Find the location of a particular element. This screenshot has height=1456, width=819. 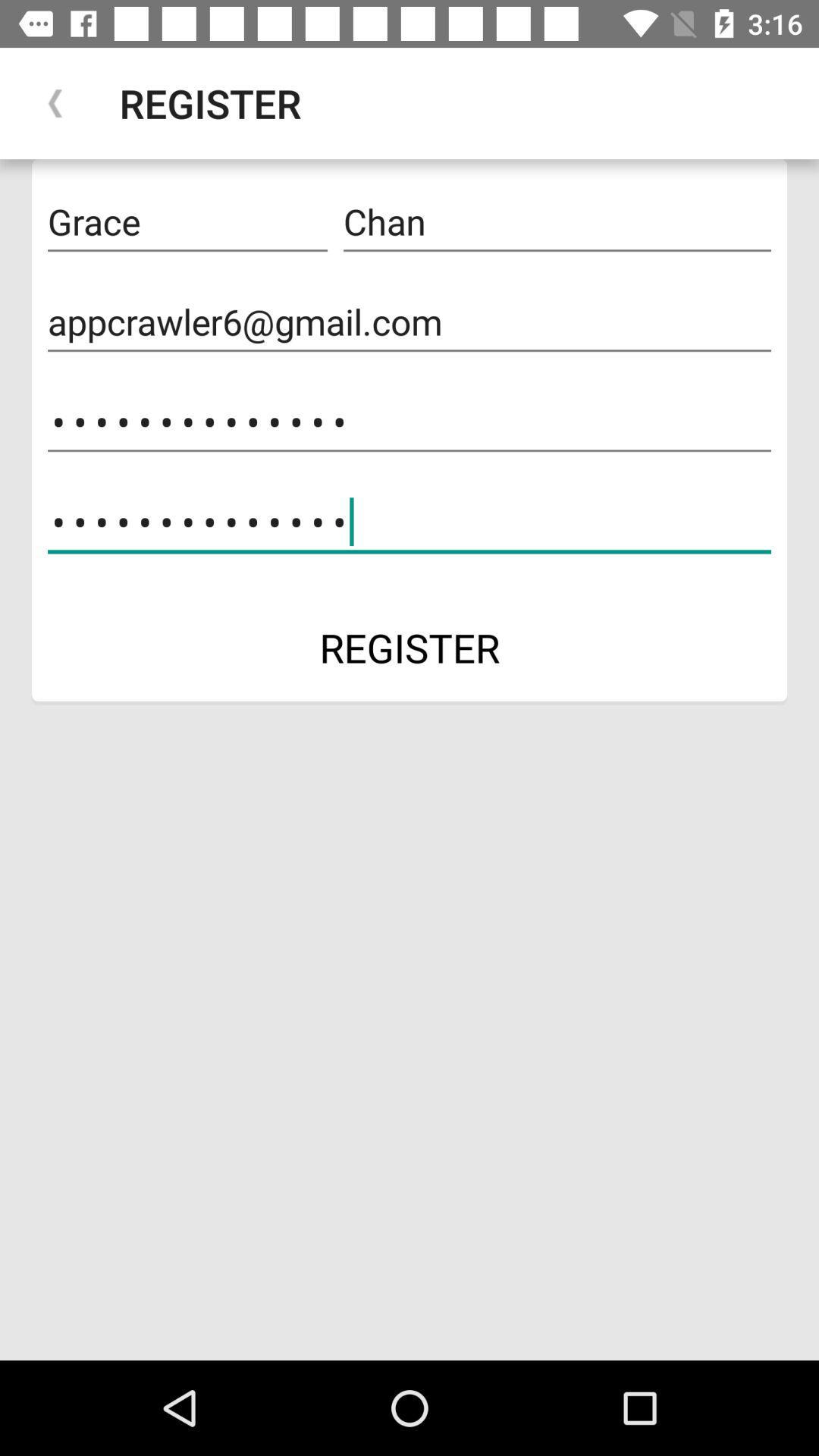

the item to the left of the chan is located at coordinates (187, 221).